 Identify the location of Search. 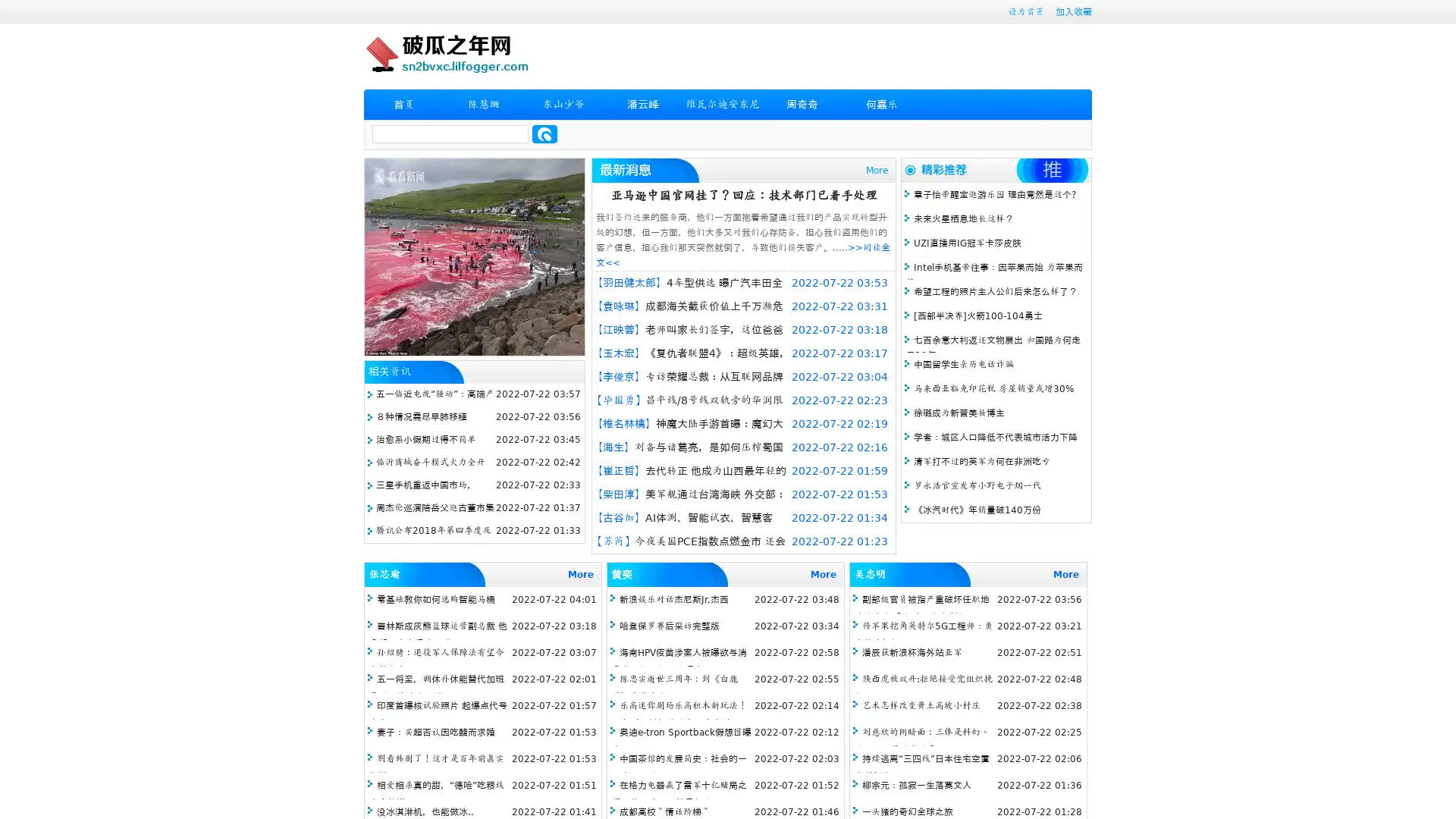
(544, 133).